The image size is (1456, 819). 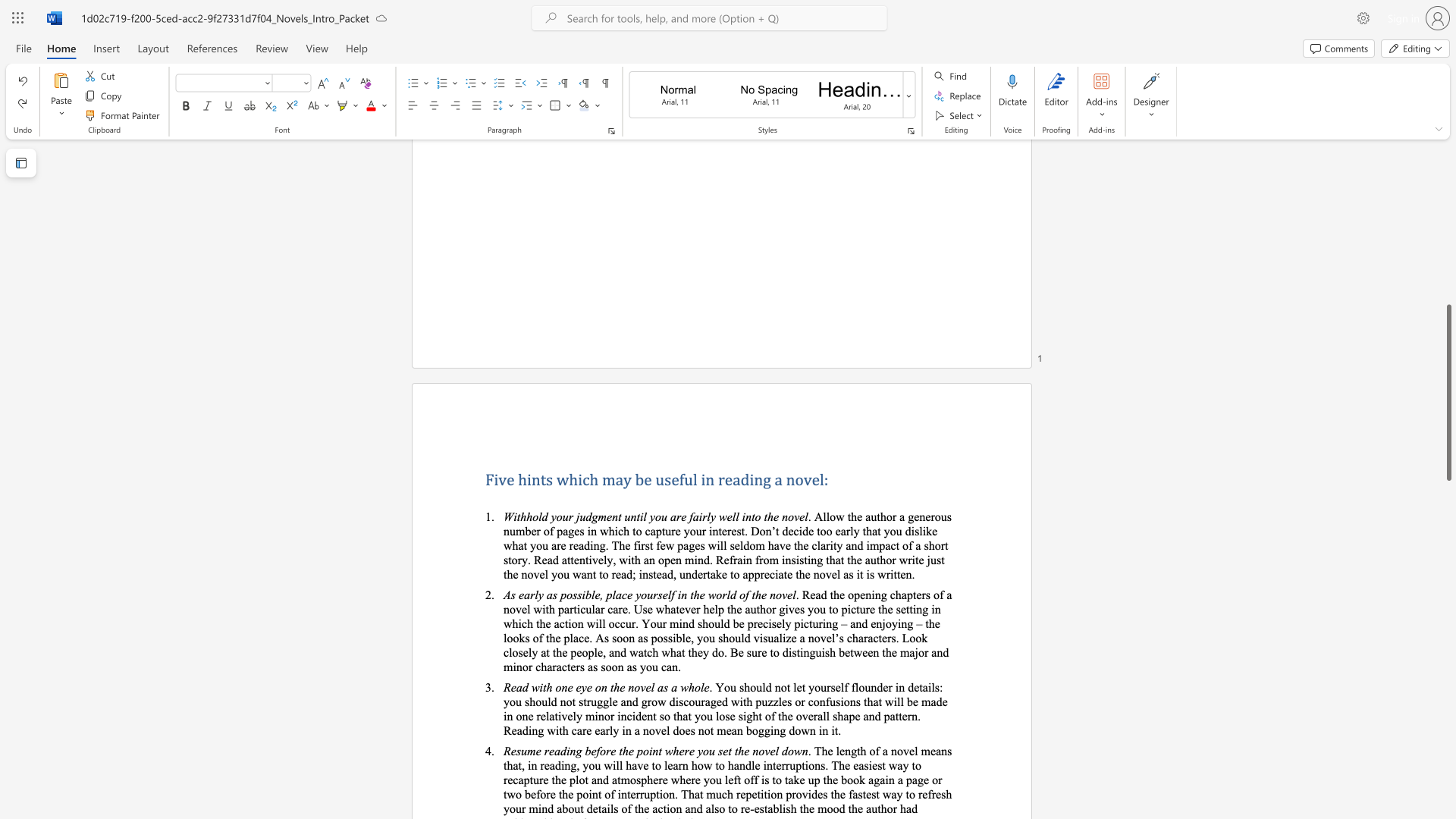 I want to click on the subset text "with one eye on the novel" within the text "Read with one eye on the novel as a whole", so click(x=531, y=687).